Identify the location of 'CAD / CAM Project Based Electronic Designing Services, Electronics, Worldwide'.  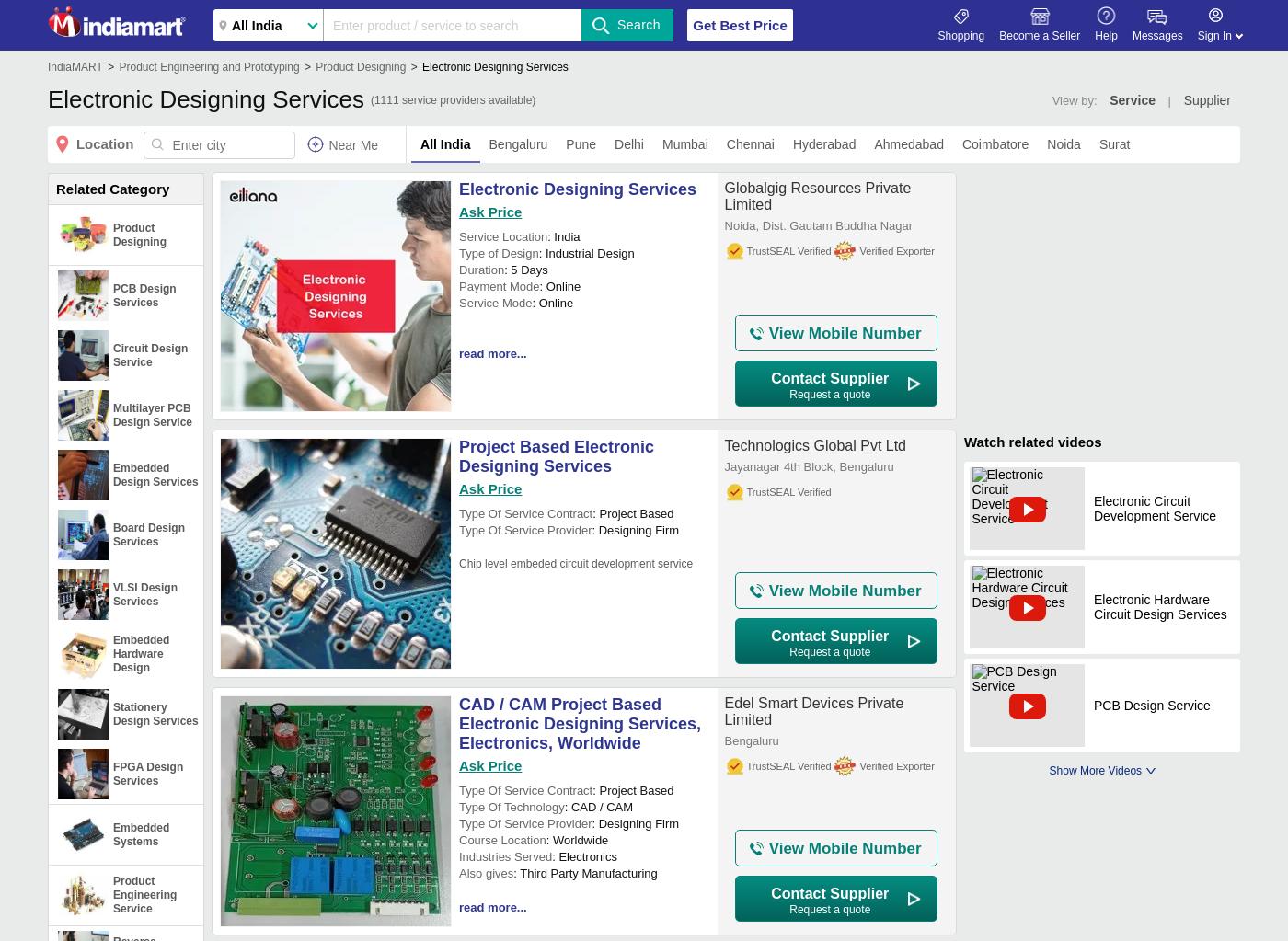
(580, 722).